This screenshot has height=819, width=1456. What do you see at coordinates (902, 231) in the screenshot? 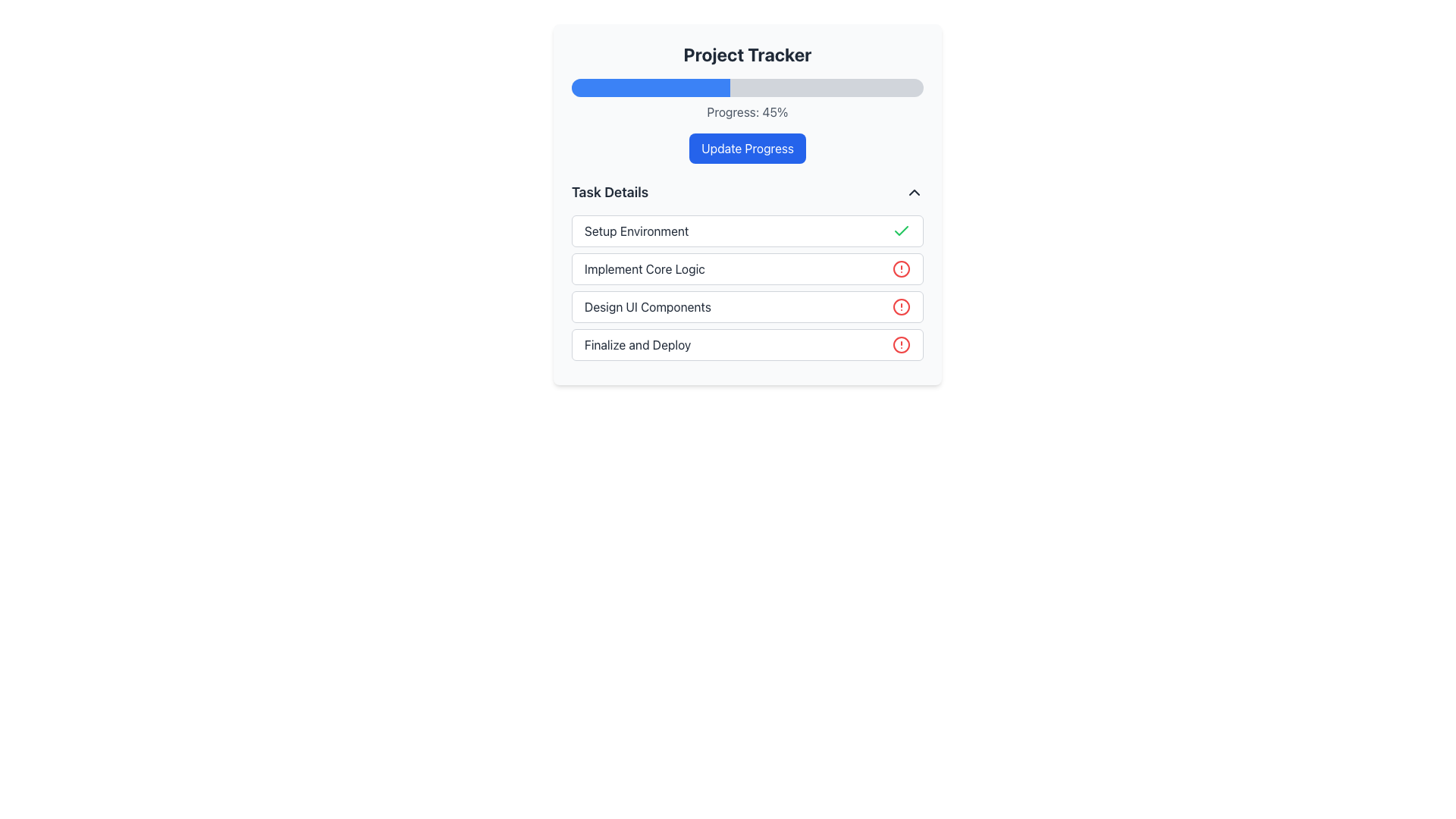
I see `the checkmark icon located in the first task row of the 'Task Details' section, next to the label 'Setup Environment'` at bounding box center [902, 231].